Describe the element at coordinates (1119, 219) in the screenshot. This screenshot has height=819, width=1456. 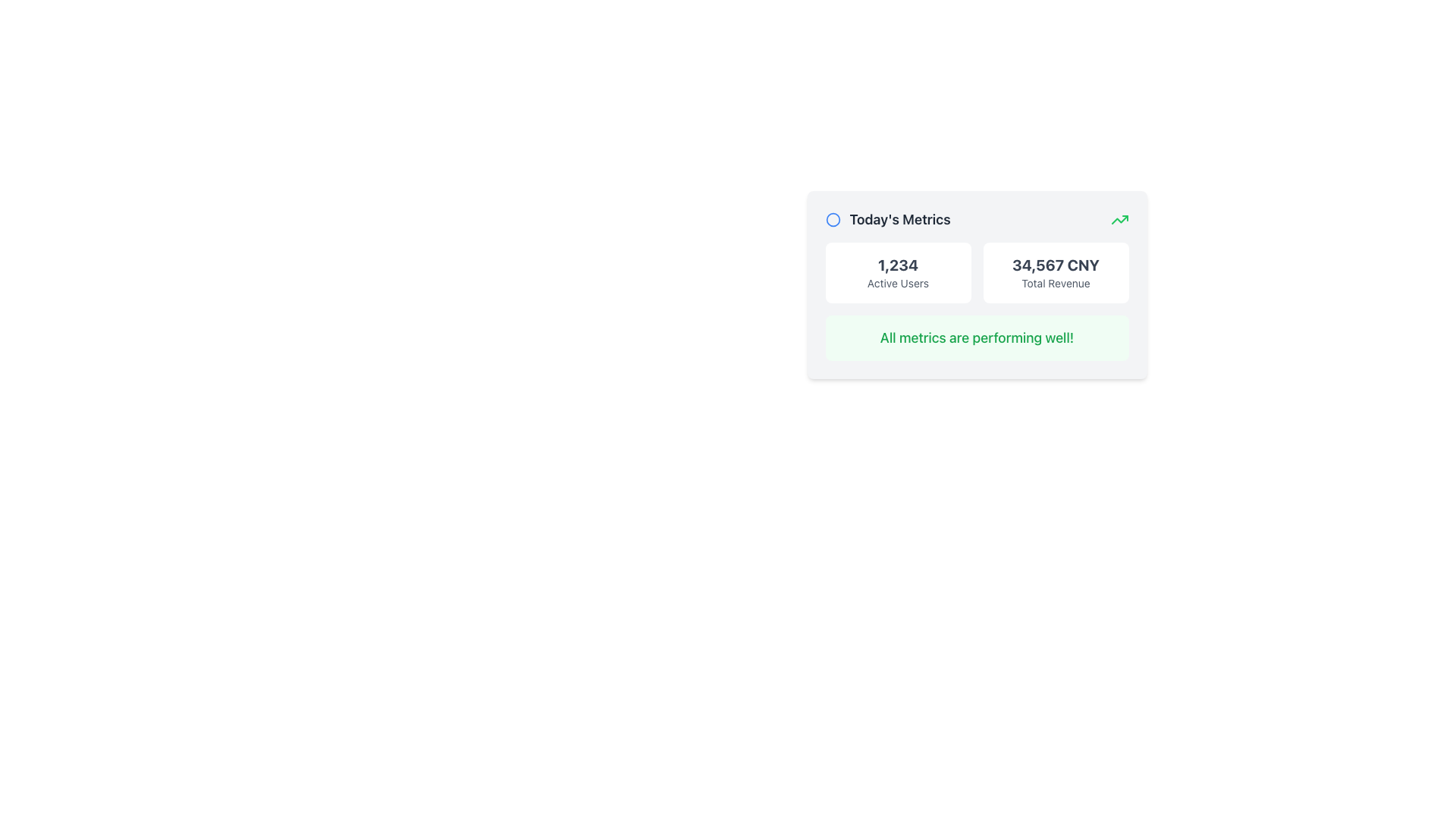
I see `the icon located in the top-right corner of the 'Today's Metrics' section, which serves as a visual indicator of positive trends or metrics` at that location.